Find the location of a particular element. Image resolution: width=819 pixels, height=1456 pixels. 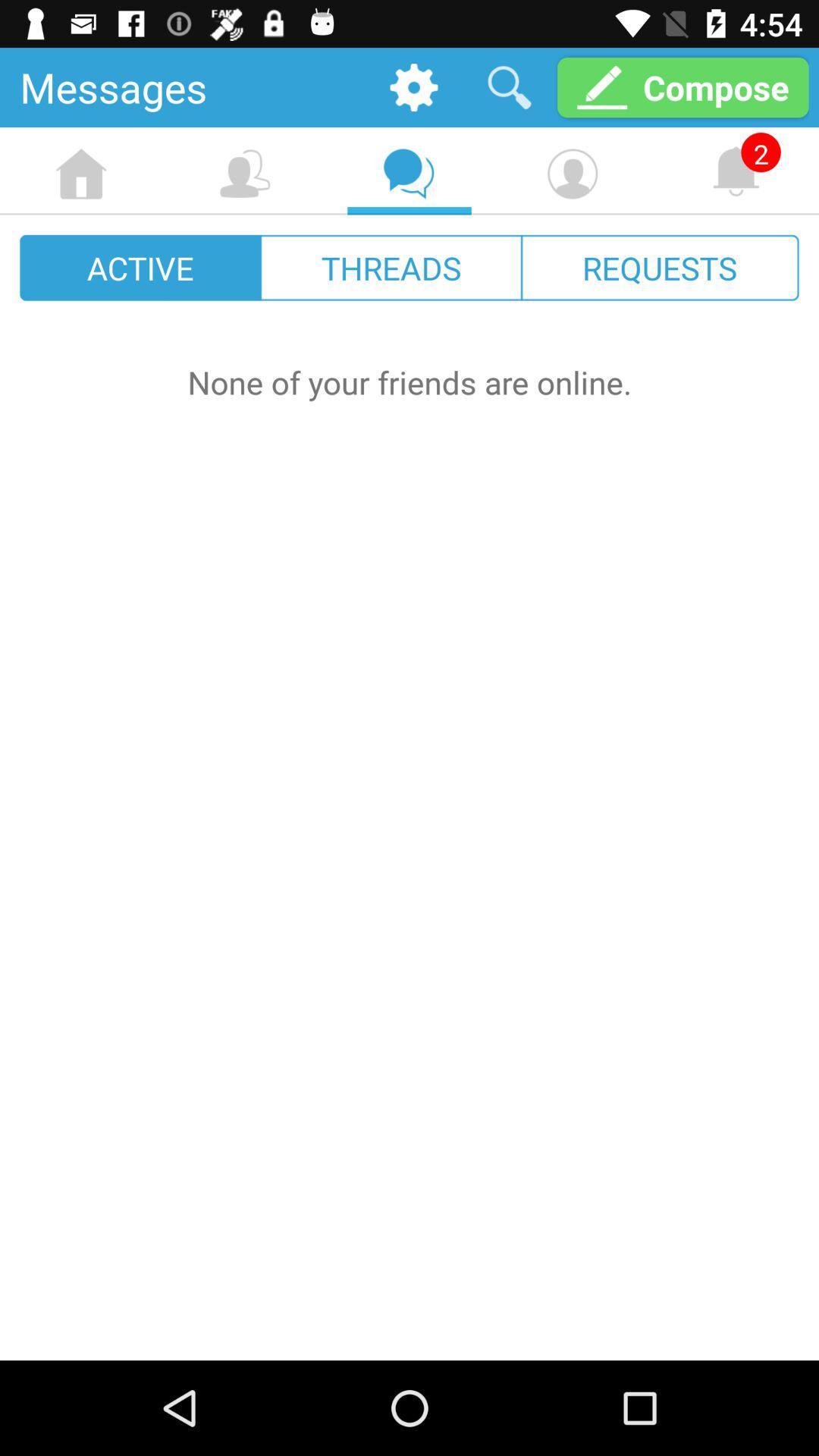

requests is located at coordinates (659, 268).